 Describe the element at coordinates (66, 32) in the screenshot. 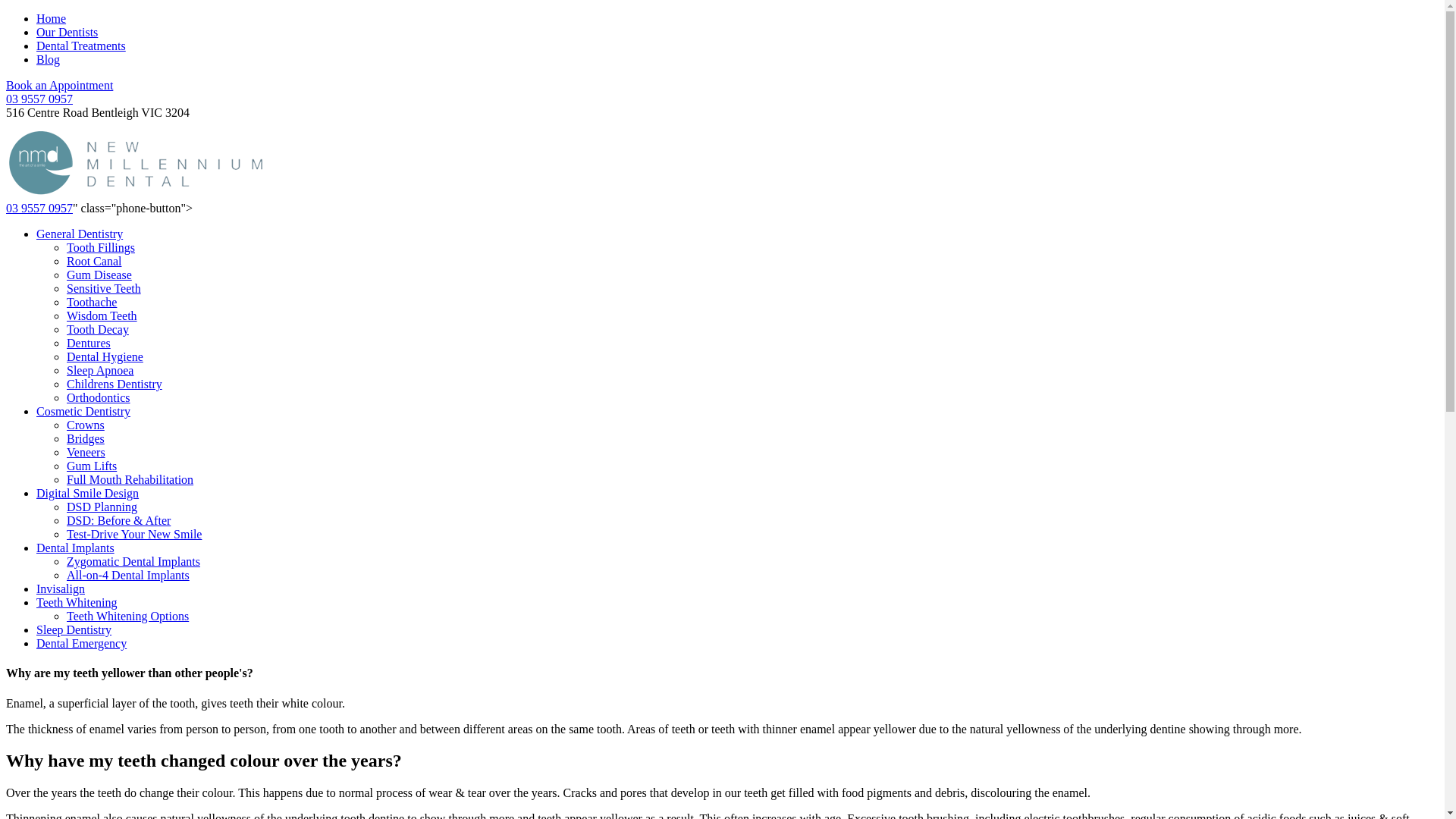

I see `'Our Dentists'` at that location.